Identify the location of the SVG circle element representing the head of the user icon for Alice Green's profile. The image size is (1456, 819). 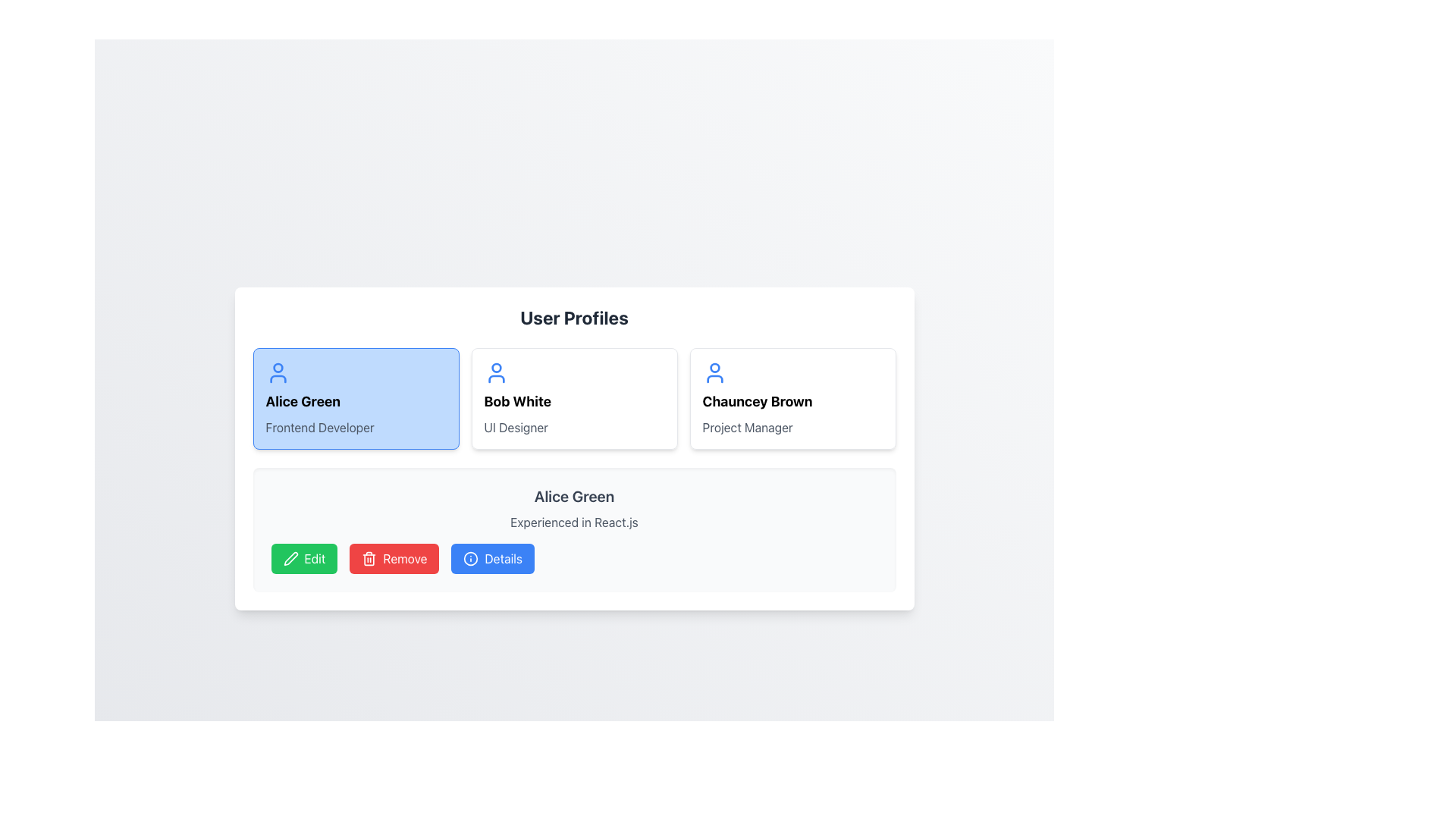
(496, 368).